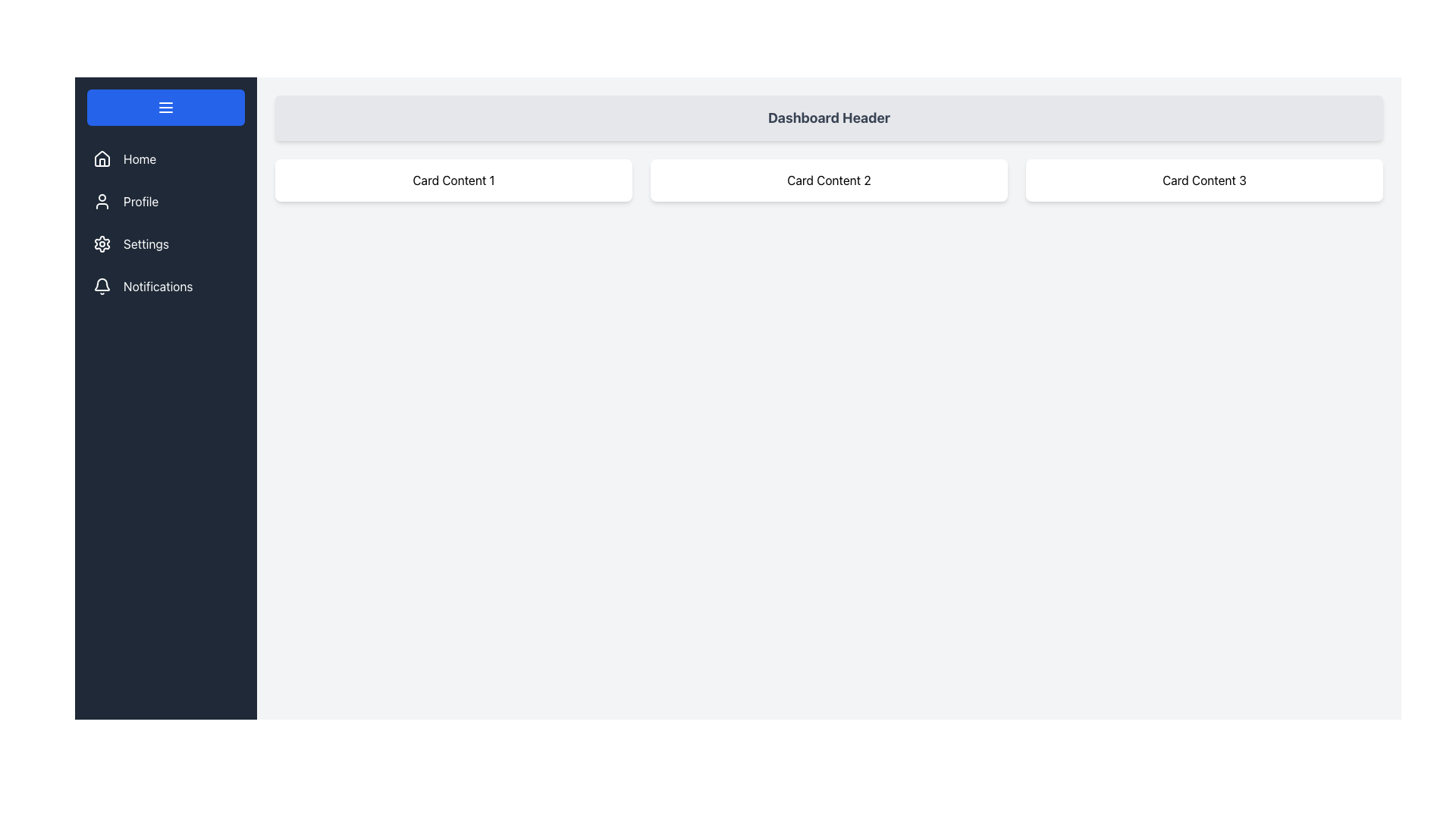 The width and height of the screenshot is (1456, 819). What do you see at coordinates (101, 243) in the screenshot?
I see `the small gear-shaped icon with a white outline in the vertical left navigation menu adjacent to the text 'Settings'` at bounding box center [101, 243].